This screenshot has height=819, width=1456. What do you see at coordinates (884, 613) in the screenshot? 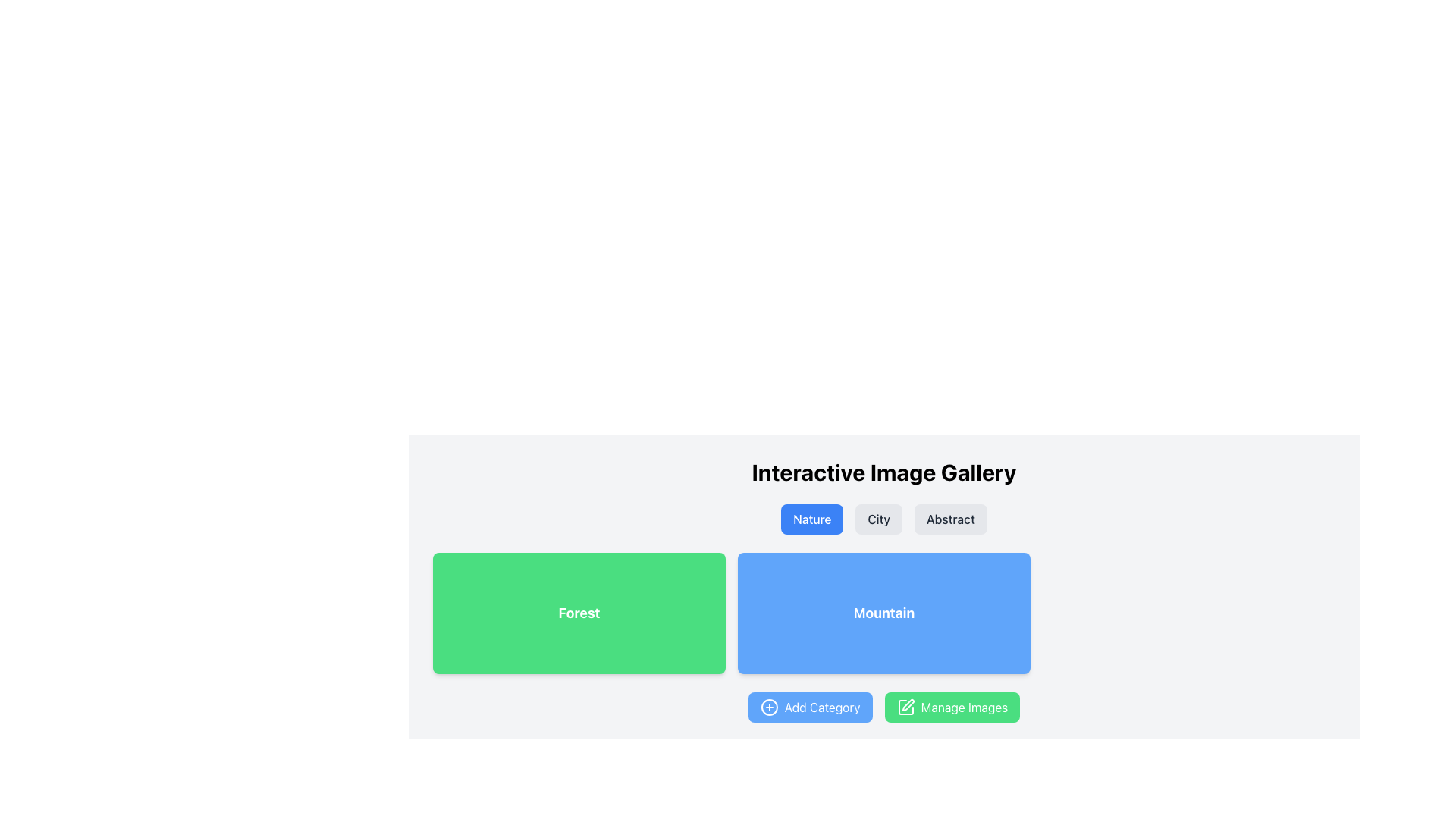
I see `the category card related to mountains, which is the second card in a row of two cards` at bounding box center [884, 613].